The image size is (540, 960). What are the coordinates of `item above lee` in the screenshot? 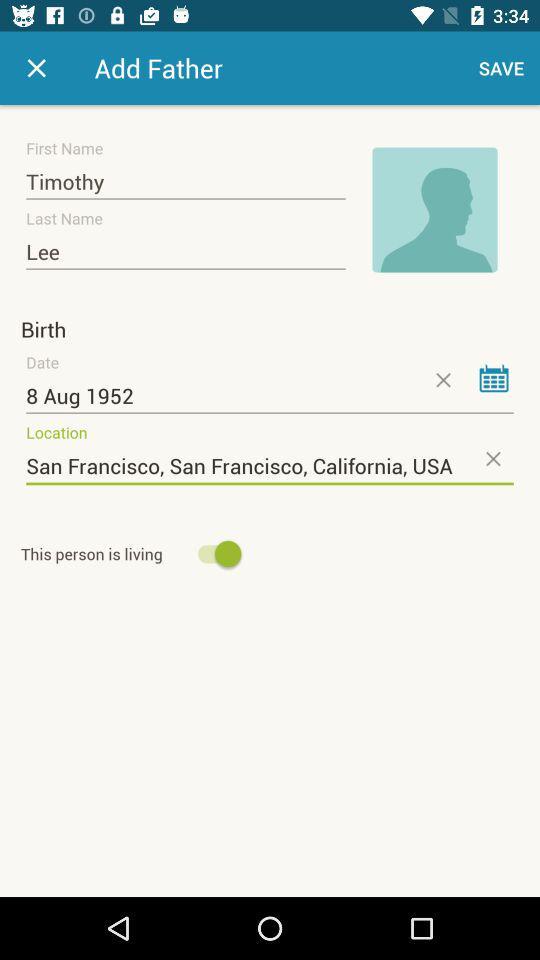 It's located at (185, 182).